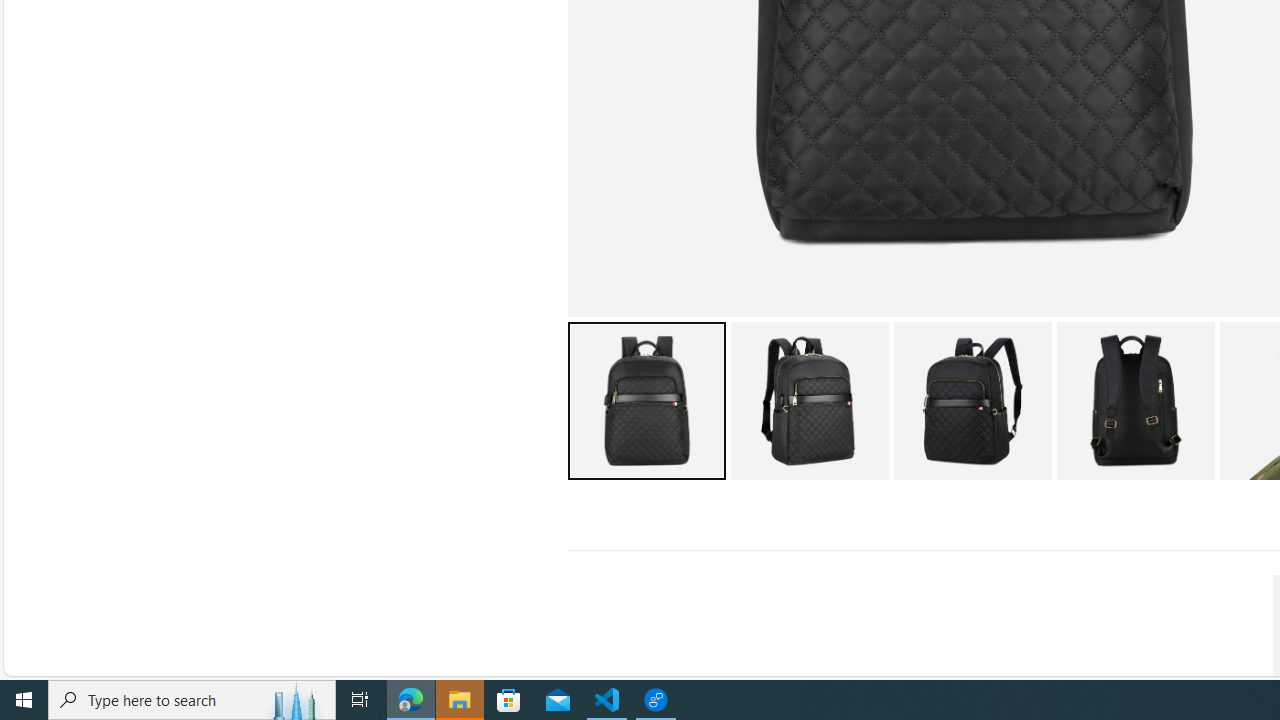 This screenshot has width=1280, height=720. Describe the element at coordinates (294, 698) in the screenshot. I see `'Search highlights icon opens search home window'` at that location.